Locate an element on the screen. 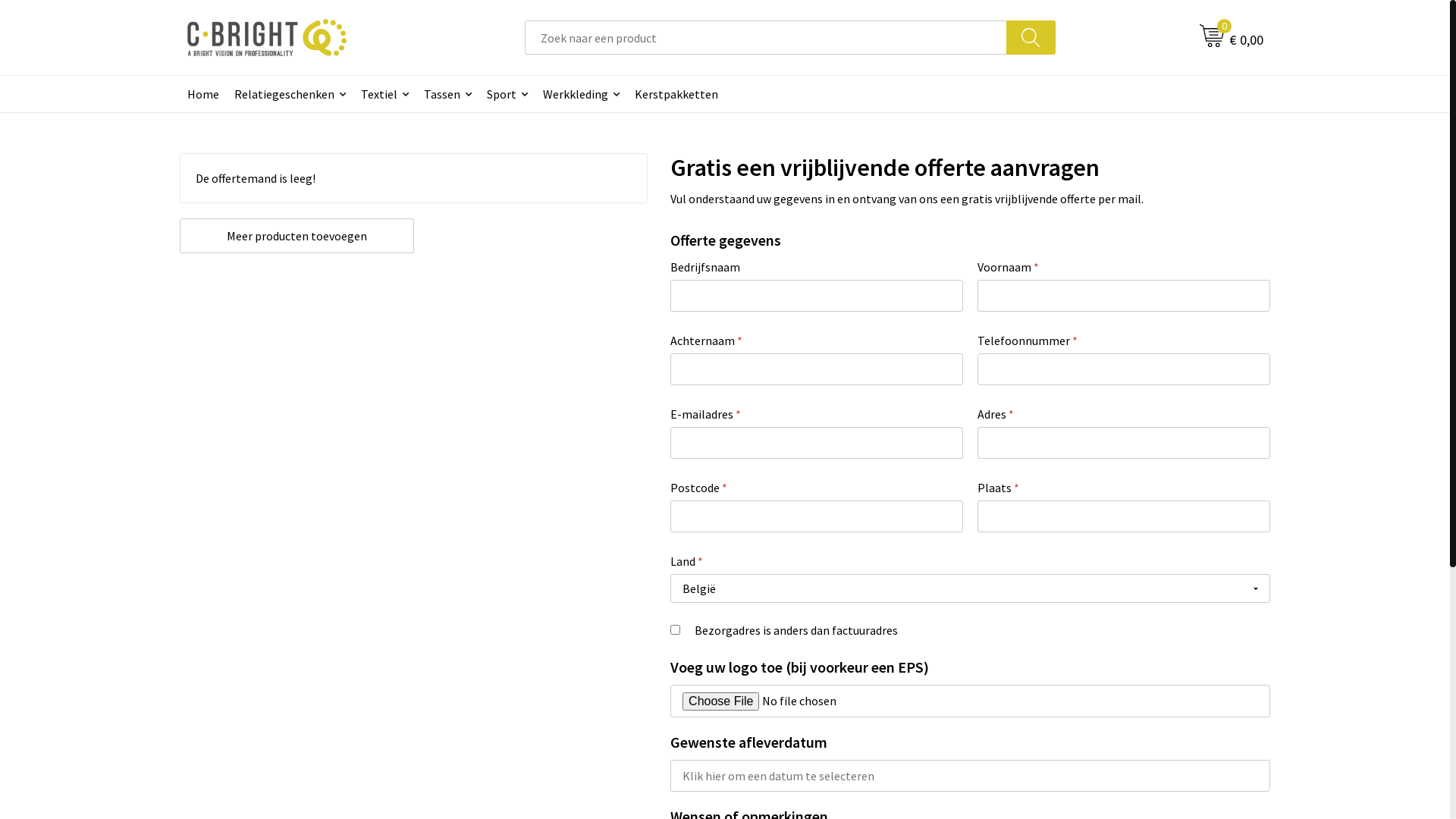  'Tassen' is located at coordinates (415, 93).